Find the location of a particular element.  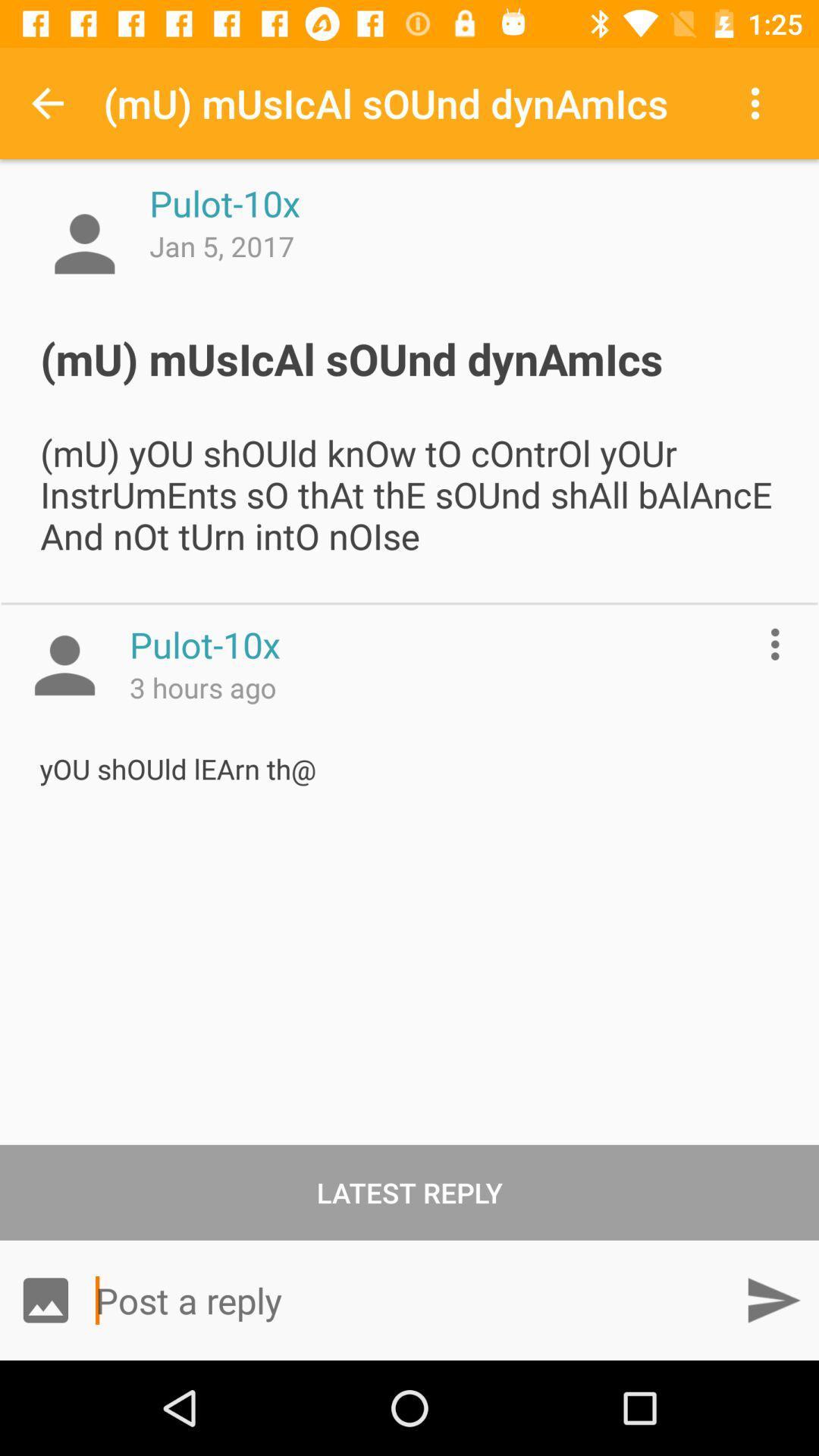

profile picture is located at coordinates (64, 665).